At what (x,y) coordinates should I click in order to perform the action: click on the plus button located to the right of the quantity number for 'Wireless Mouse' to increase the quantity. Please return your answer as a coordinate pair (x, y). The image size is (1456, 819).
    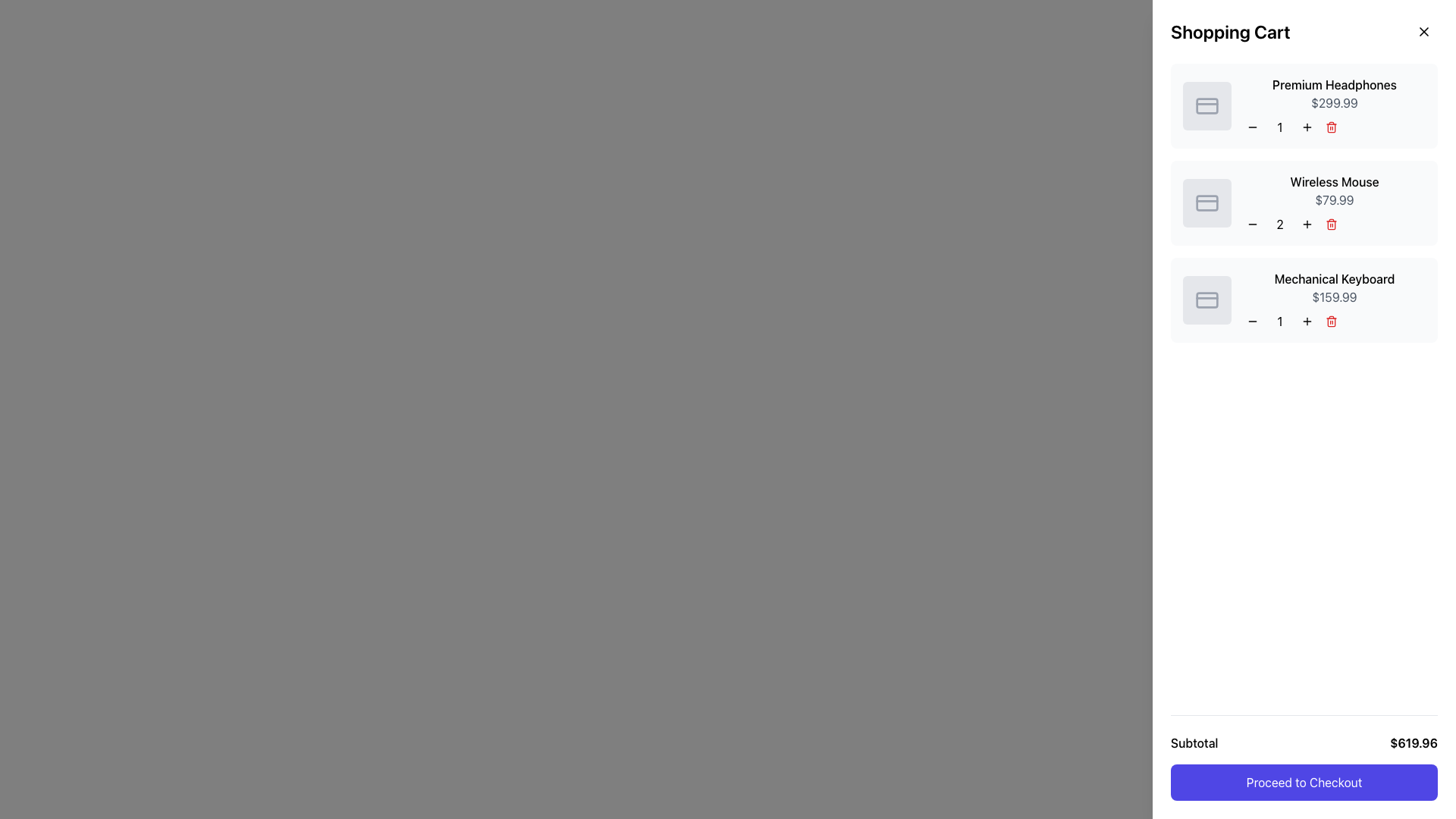
    Looking at the image, I should click on (1306, 224).